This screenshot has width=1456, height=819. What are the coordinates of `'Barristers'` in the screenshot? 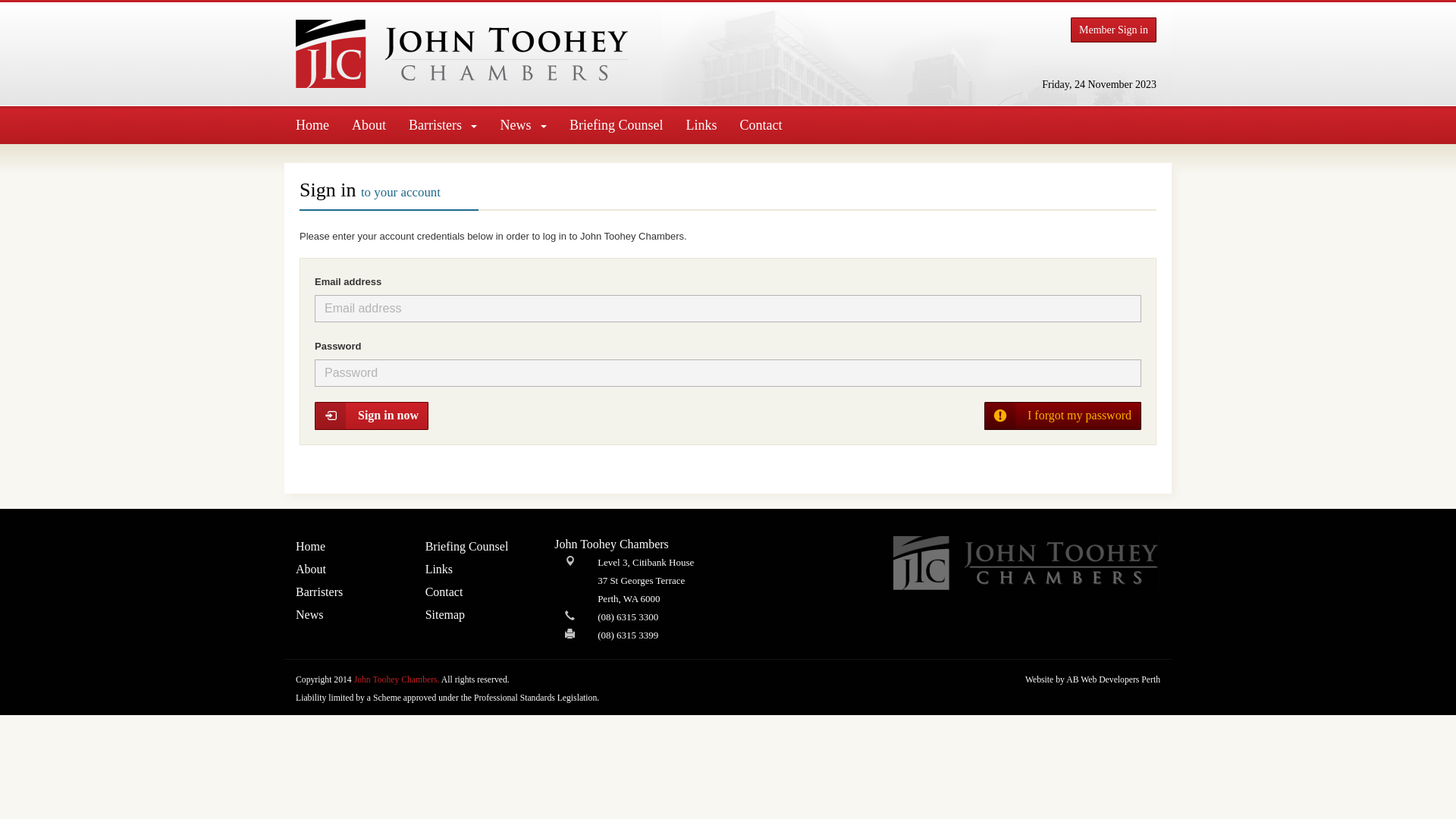 It's located at (442, 124).